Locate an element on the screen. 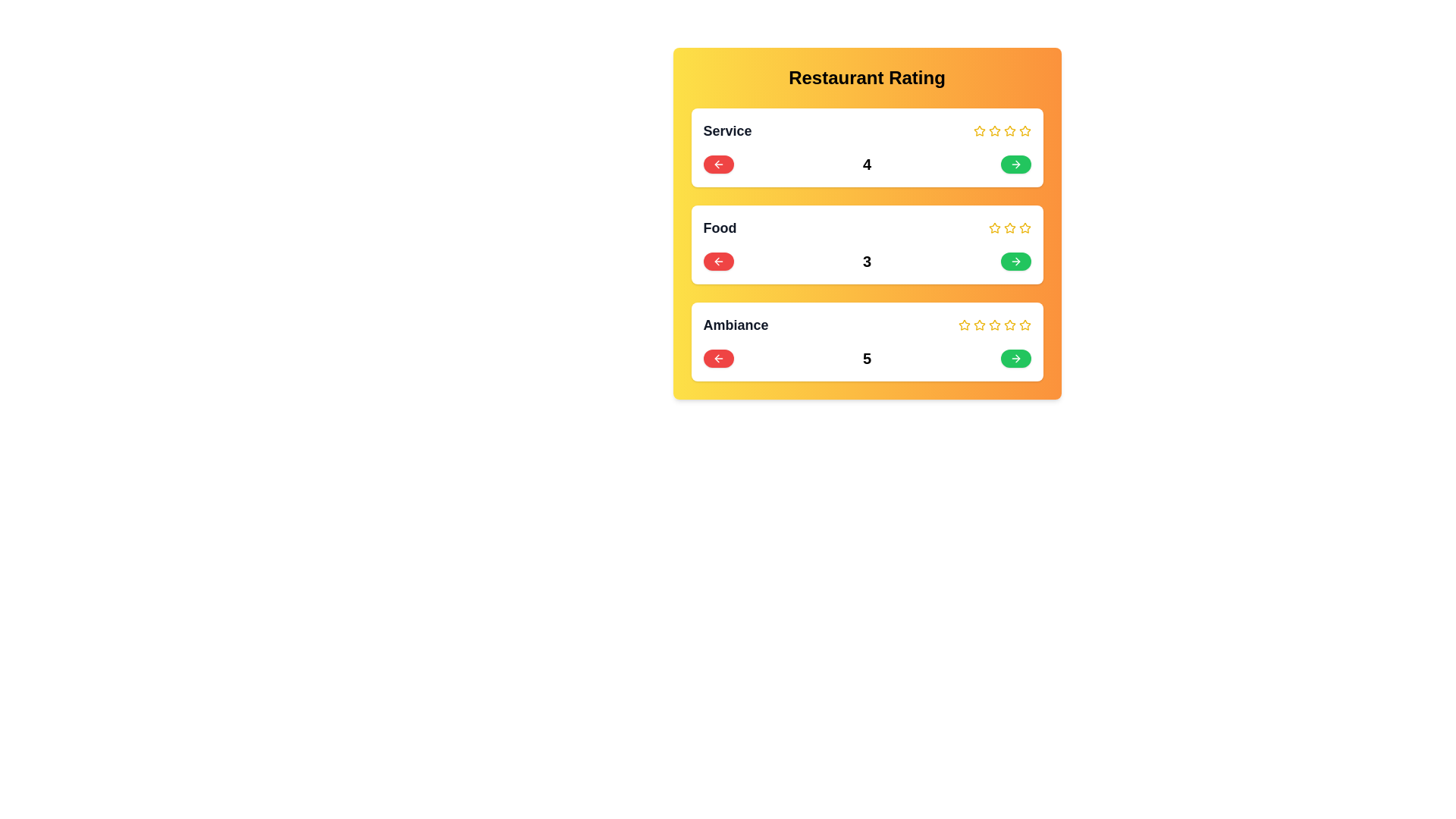 The height and width of the screenshot is (819, 1456). the first solid yellow star in the service rating row is located at coordinates (979, 130).